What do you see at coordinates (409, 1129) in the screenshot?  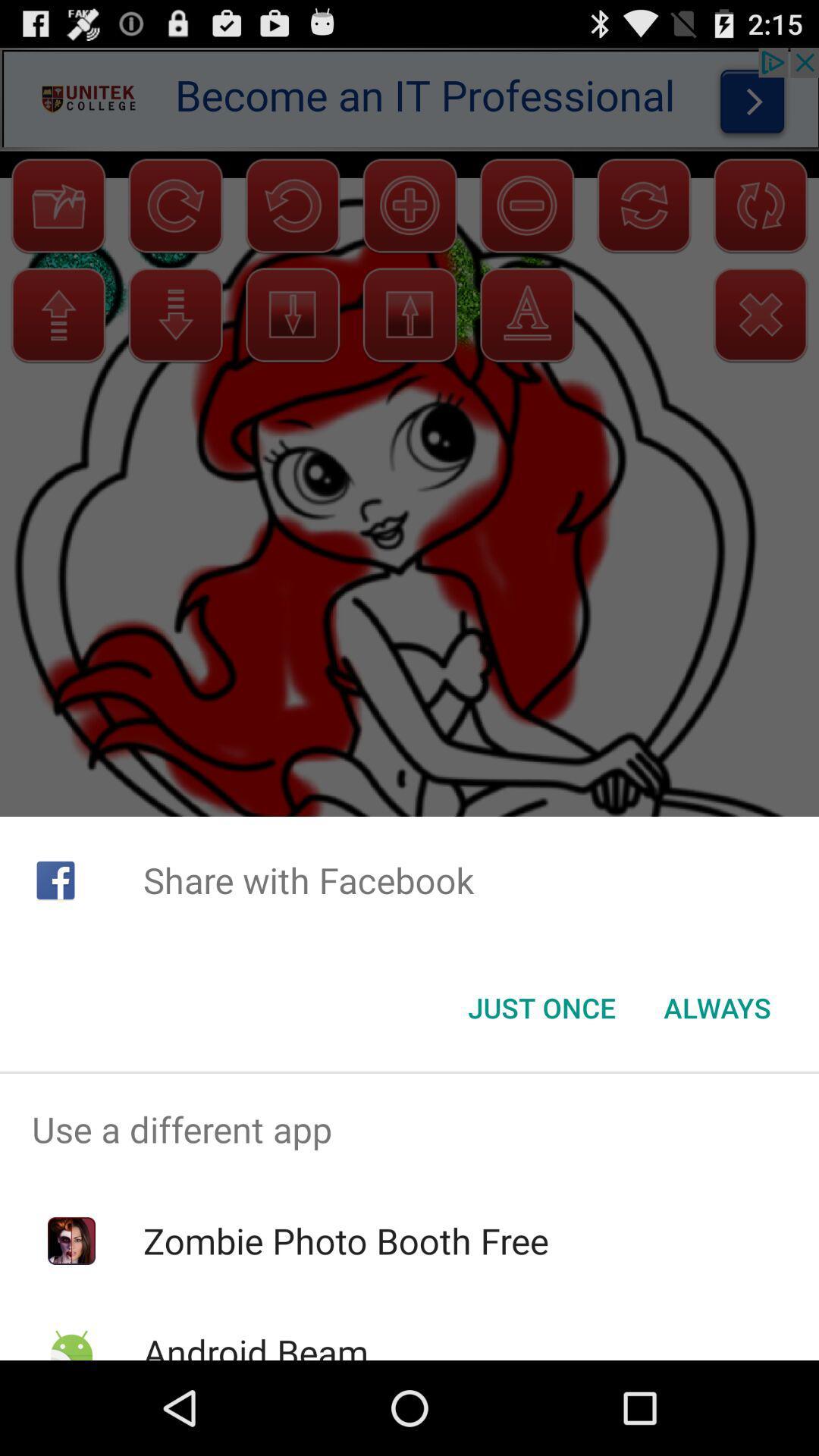 I see `use a different app` at bounding box center [409, 1129].